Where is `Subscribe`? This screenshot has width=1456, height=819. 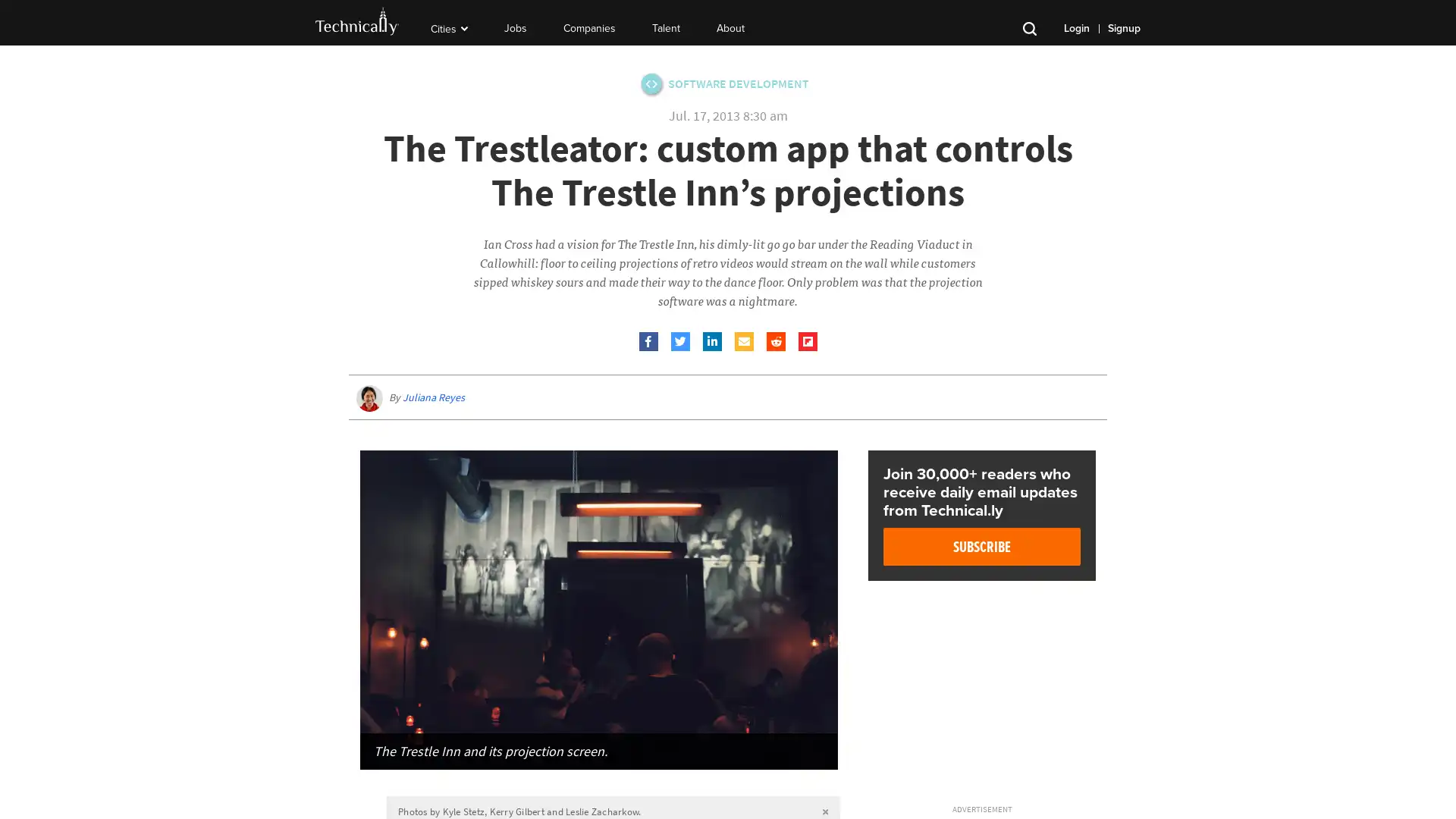
Subscribe is located at coordinates (982, 547).